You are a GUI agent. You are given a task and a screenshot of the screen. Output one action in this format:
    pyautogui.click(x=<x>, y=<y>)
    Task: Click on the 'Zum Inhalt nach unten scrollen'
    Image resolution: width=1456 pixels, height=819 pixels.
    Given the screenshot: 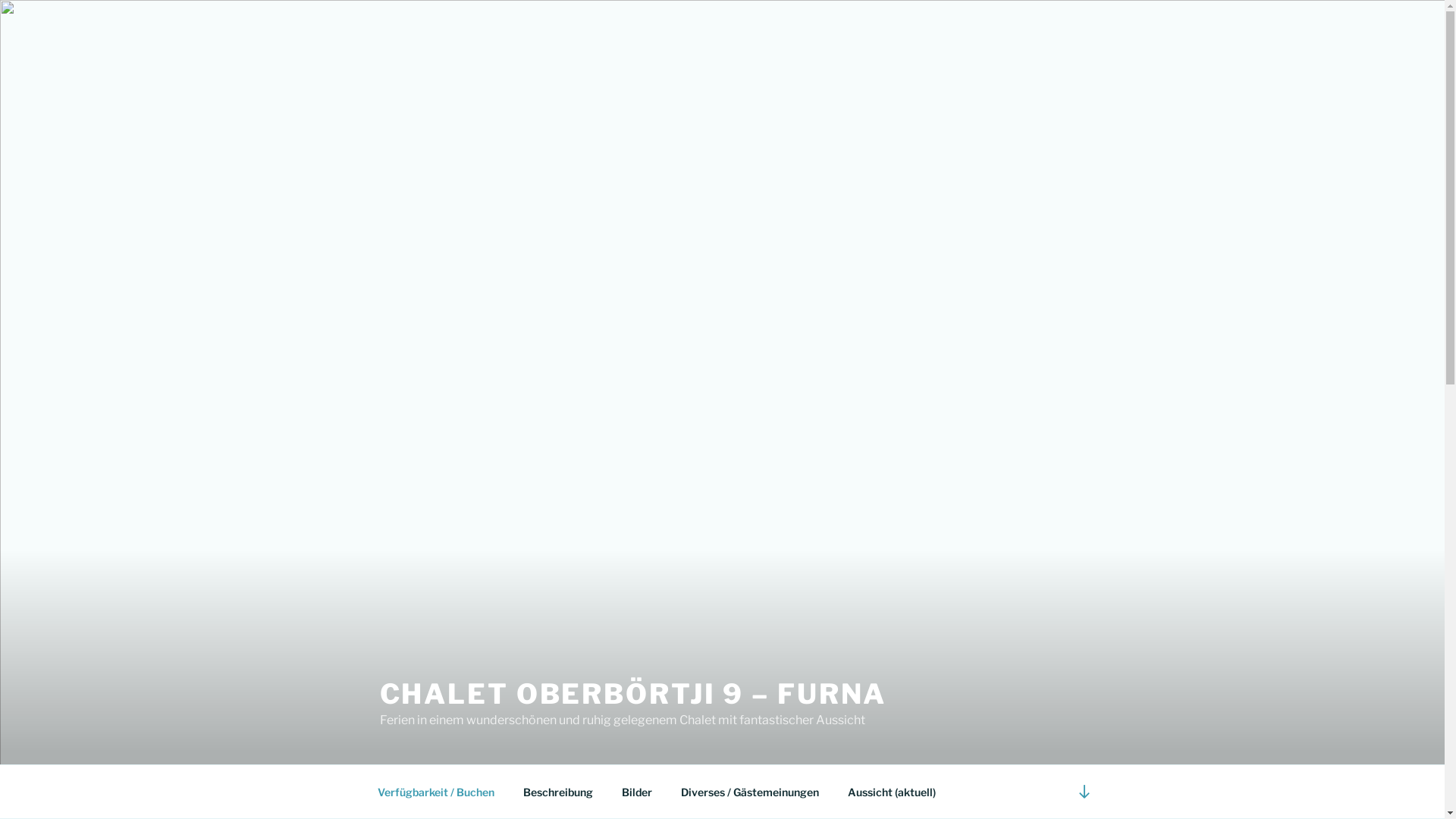 What is the action you would take?
    pyautogui.click(x=1065, y=790)
    